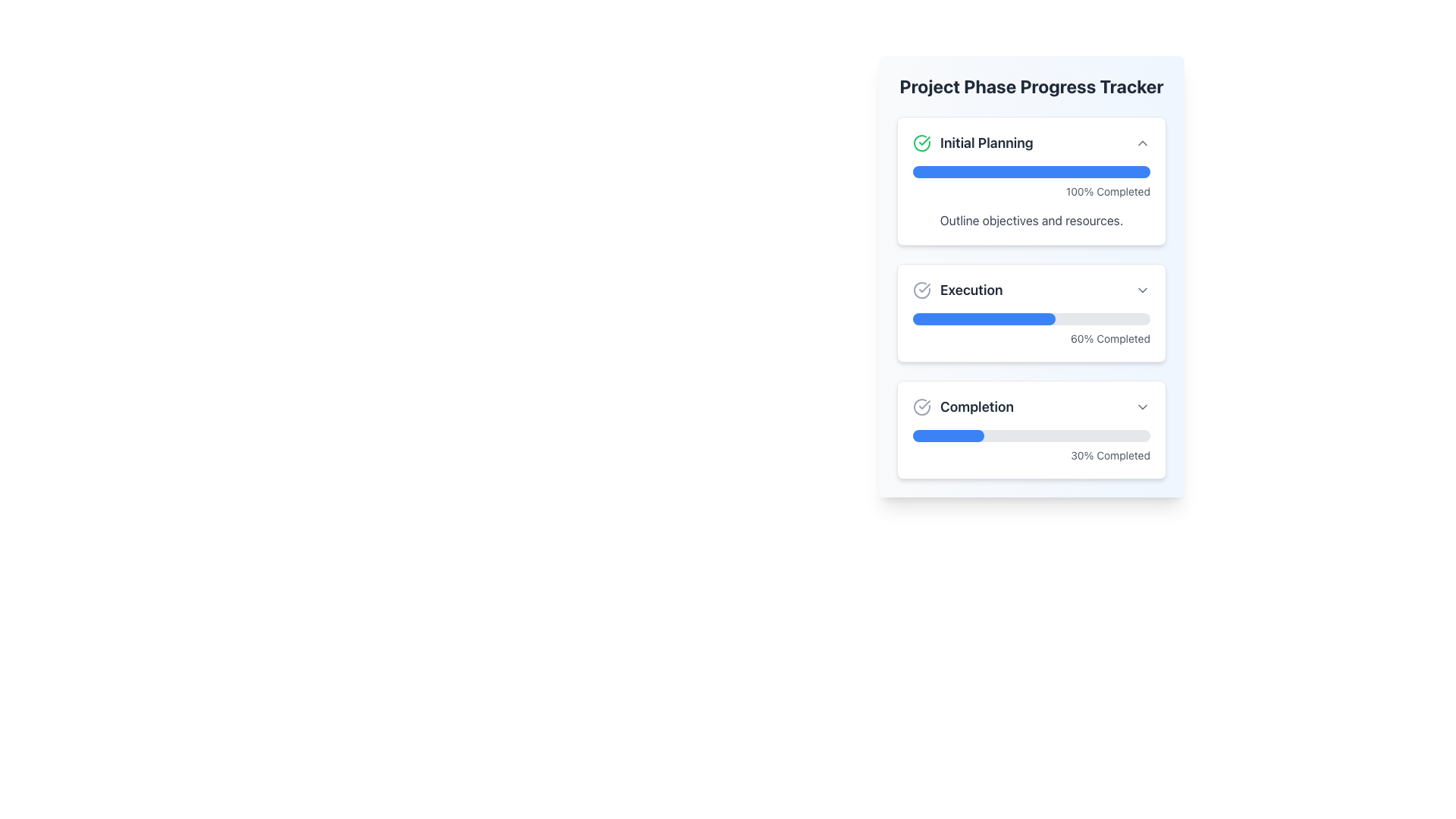 The height and width of the screenshot is (819, 1456). I want to click on the text label displaying 'Completion', which is styled in bold and dark gray, located in the third section of a vertical stack of progress stages, so click(977, 406).